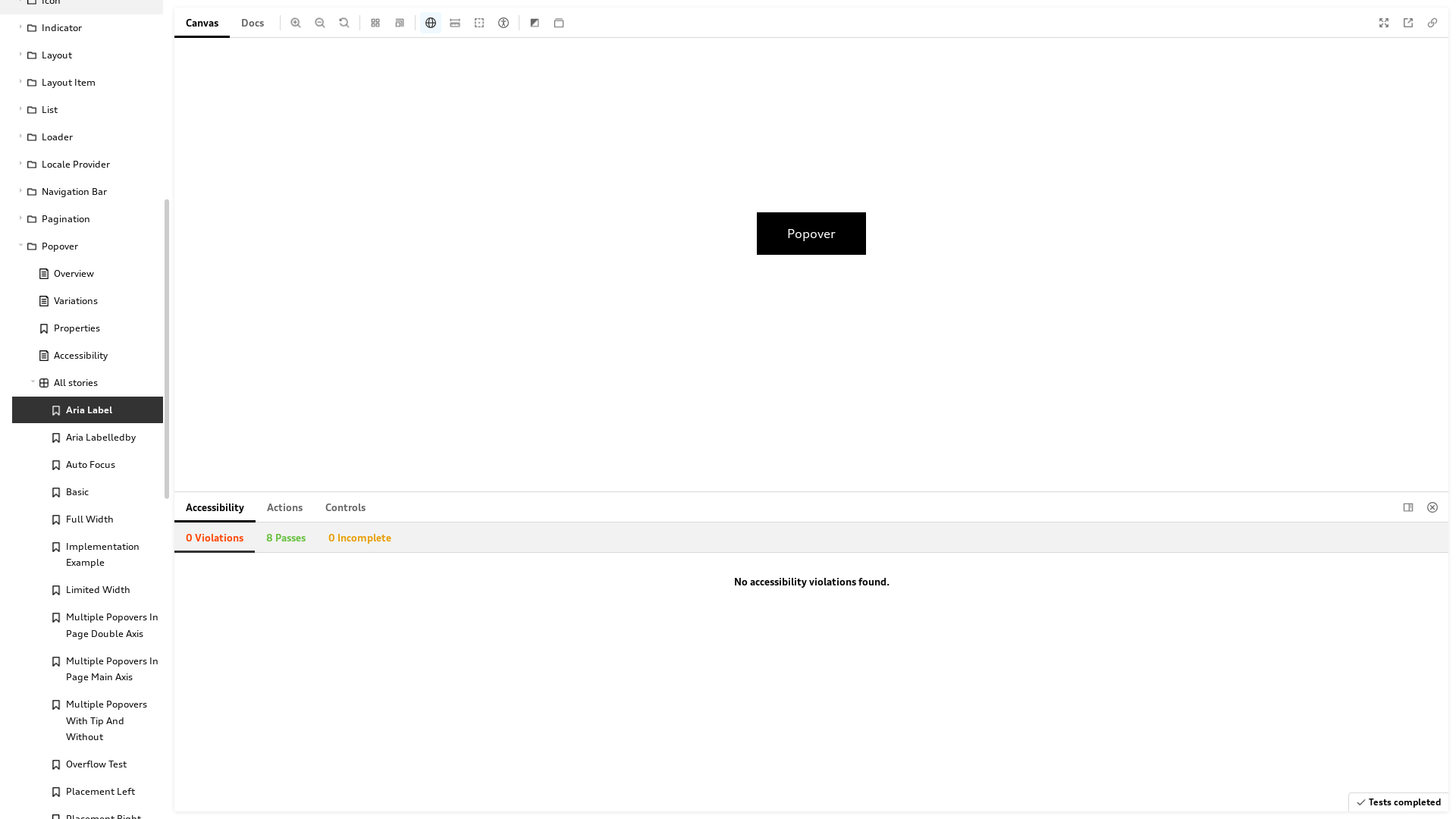  What do you see at coordinates (86, 554) in the screenshot?
I see `'Implementation Example'` at bounding box center [86, 554].